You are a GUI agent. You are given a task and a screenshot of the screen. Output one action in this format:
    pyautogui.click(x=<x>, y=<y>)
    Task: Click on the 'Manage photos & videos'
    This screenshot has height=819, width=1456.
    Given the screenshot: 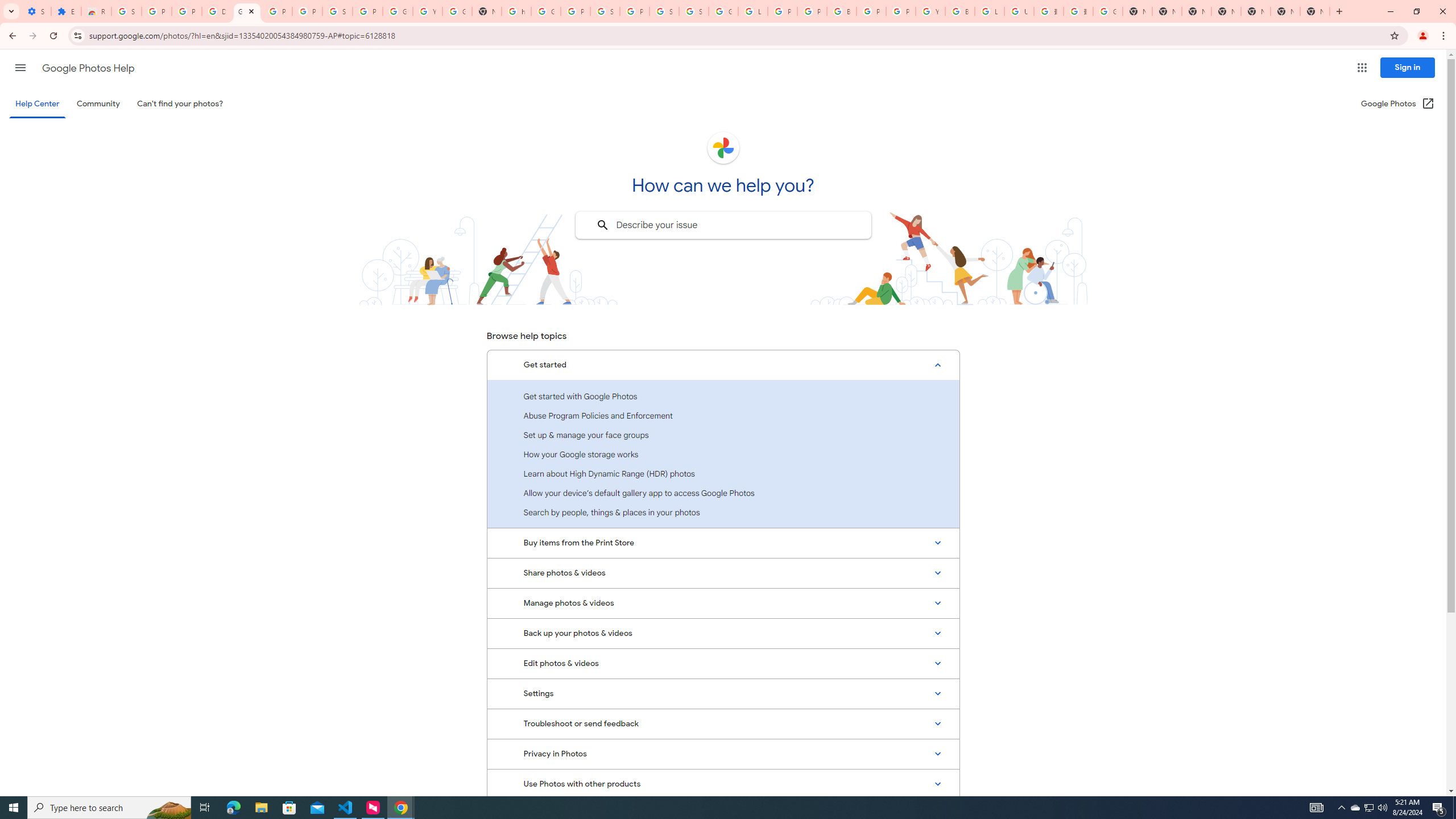 What is the action you would take?
    pyautogui.click(x=723, y=603)
    